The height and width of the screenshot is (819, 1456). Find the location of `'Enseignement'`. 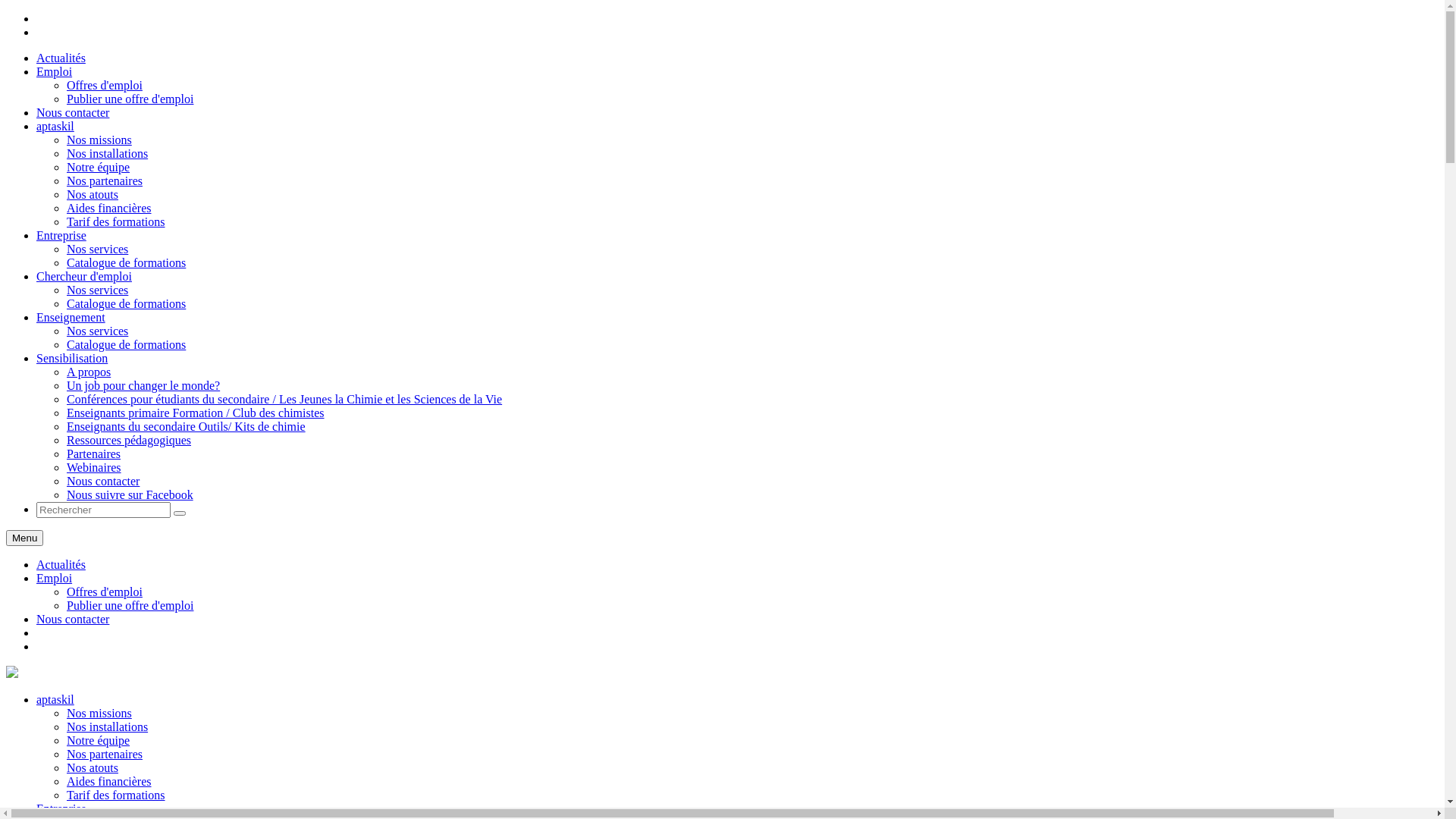

'Enseignement' is located at coordinates (70, 316).